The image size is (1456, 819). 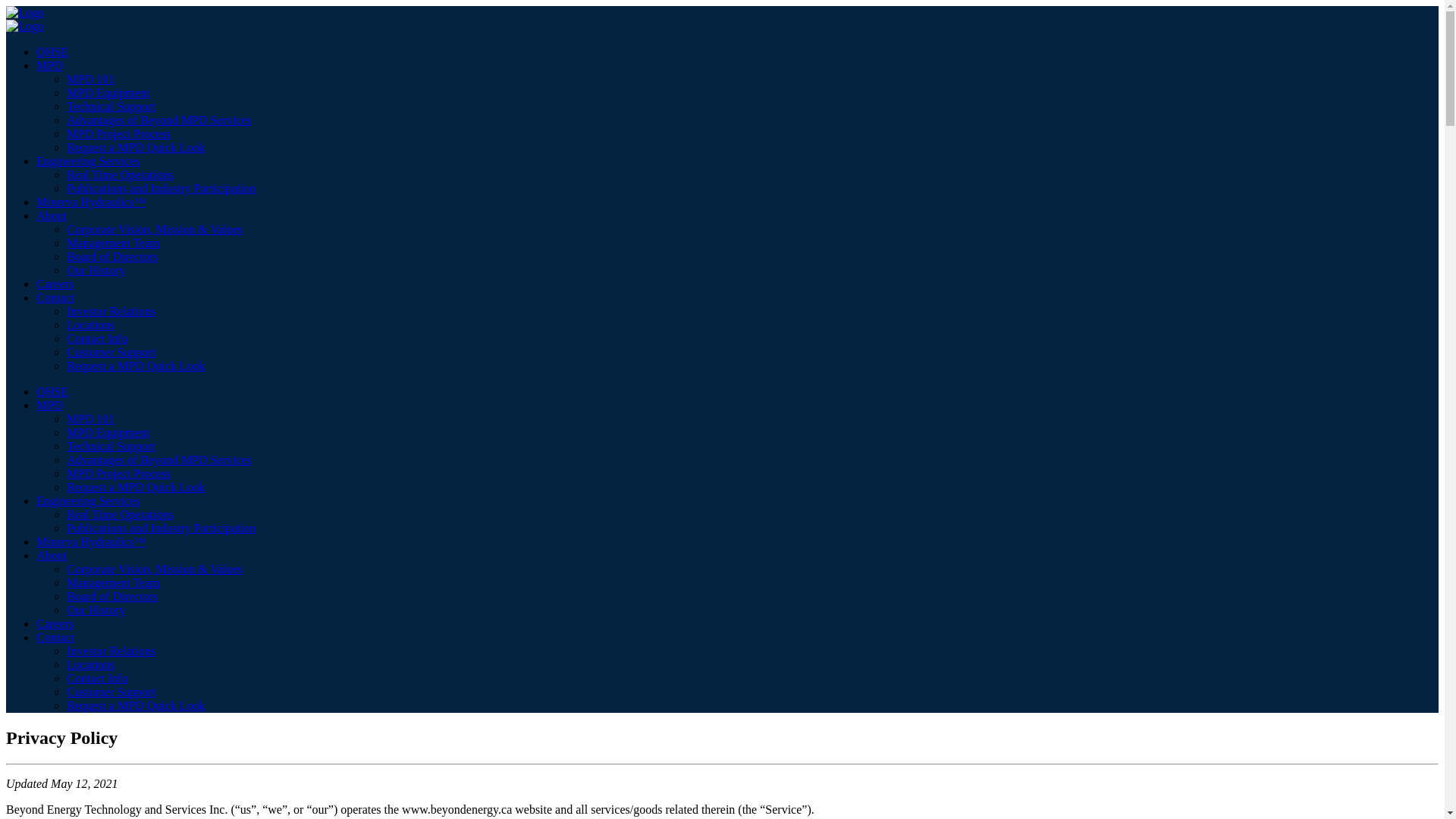 I want to click on 'Our History', so click(x=95, y=269).